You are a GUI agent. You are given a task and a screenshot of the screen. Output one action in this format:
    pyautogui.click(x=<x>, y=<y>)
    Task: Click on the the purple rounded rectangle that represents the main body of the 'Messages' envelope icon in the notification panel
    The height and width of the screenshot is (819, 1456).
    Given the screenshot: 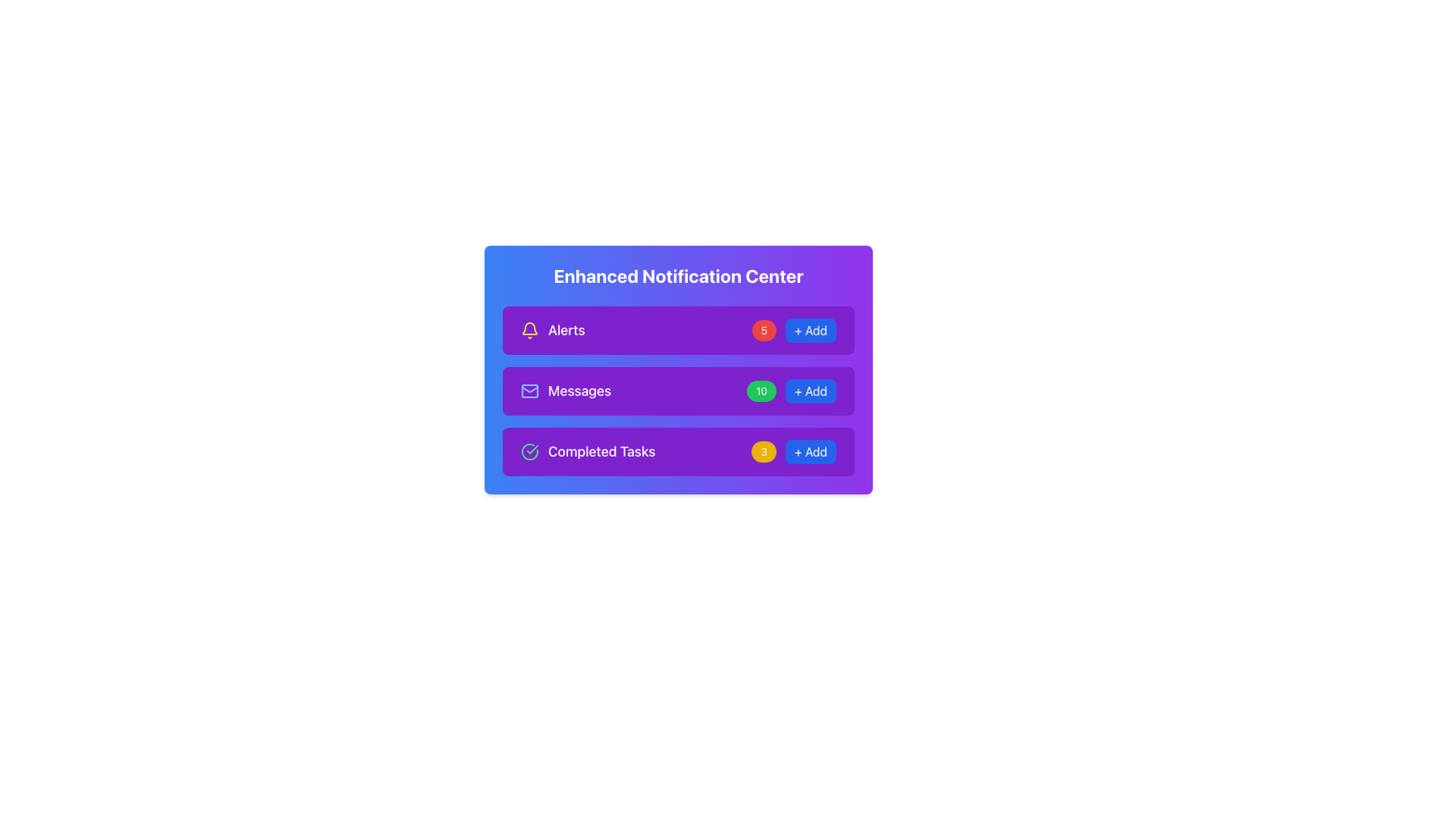 What is the action you would take?
    pyautogui.click(x=530, y=391)
    